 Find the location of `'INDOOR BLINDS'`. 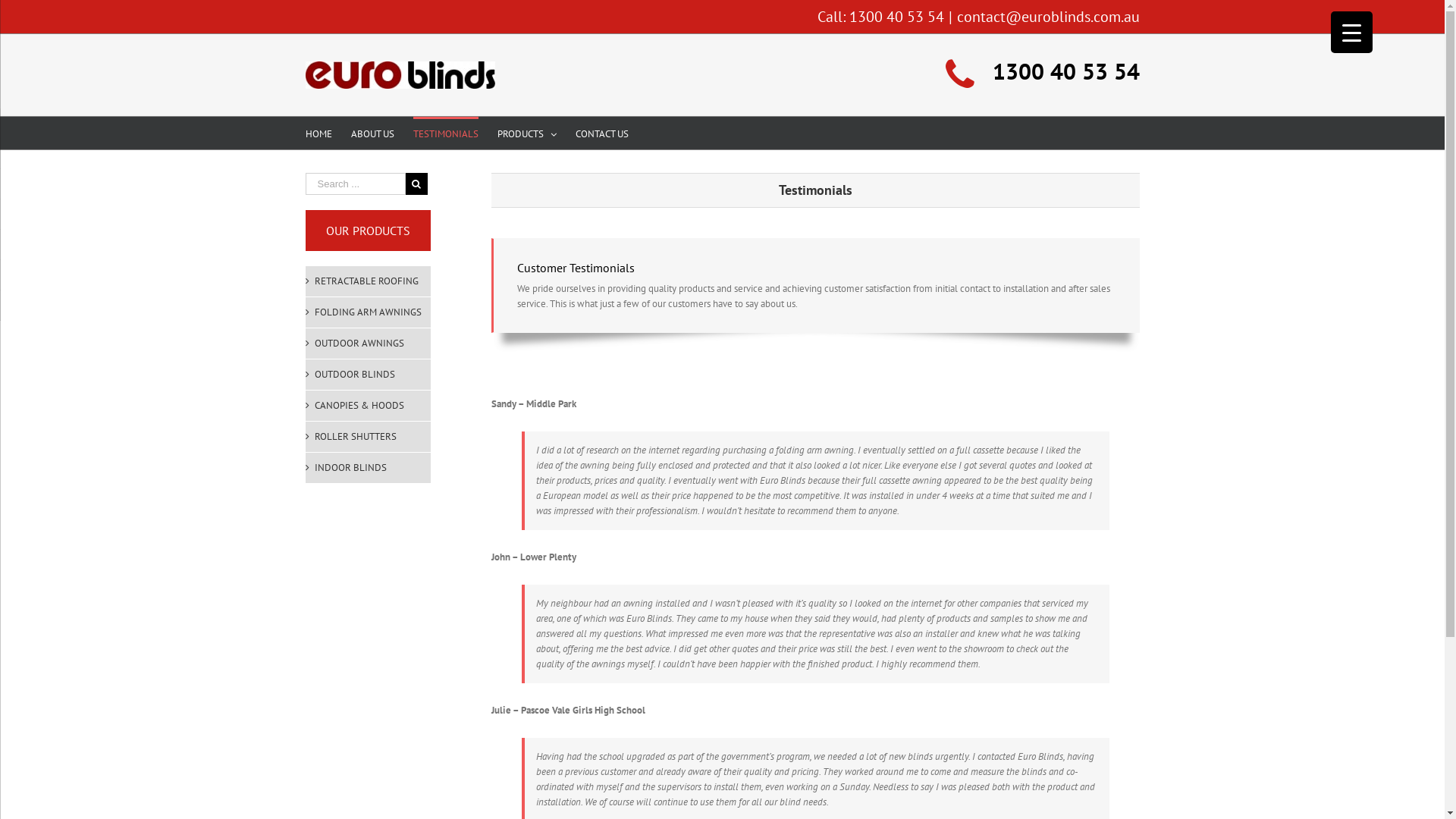

'INDOOR BLINDS' is located at coordinates (368, 467).